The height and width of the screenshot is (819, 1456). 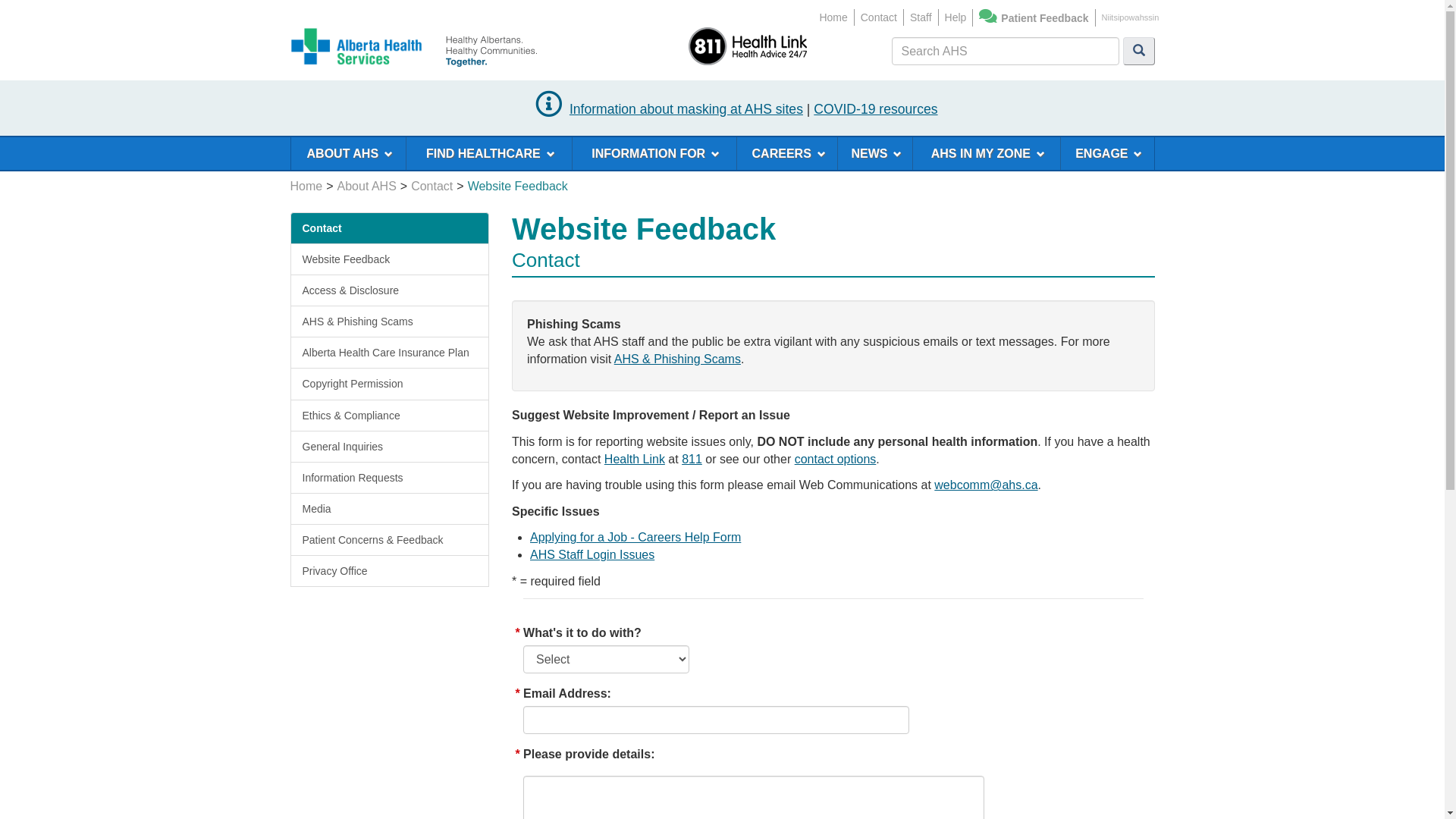 What do you see at coordinates (986, 485) in the screenshot?
I see `'webcomm@ahs.ca'` at bounding box center [986, 485].